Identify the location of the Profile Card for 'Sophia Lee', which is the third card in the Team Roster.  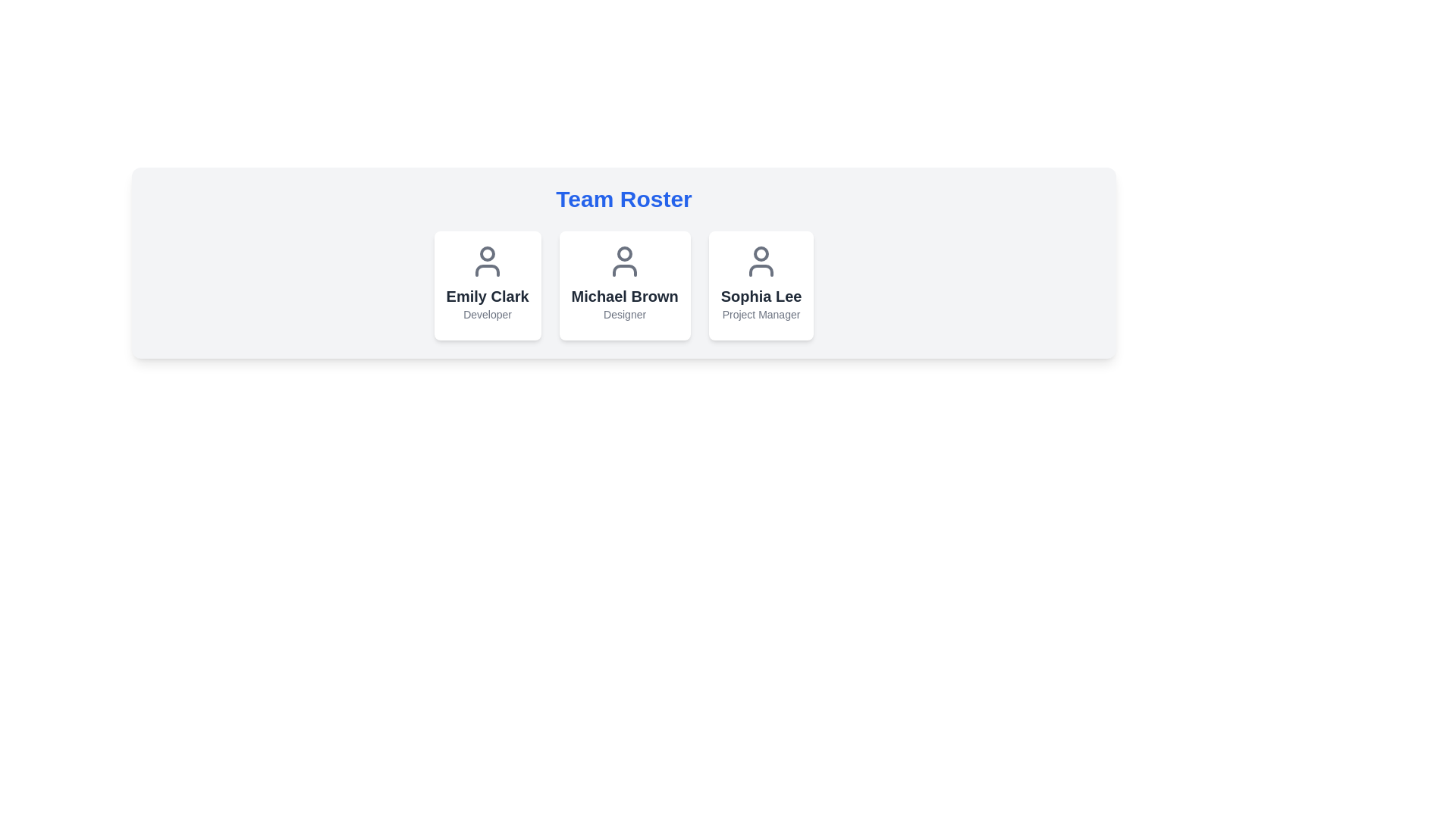
(761, 286).